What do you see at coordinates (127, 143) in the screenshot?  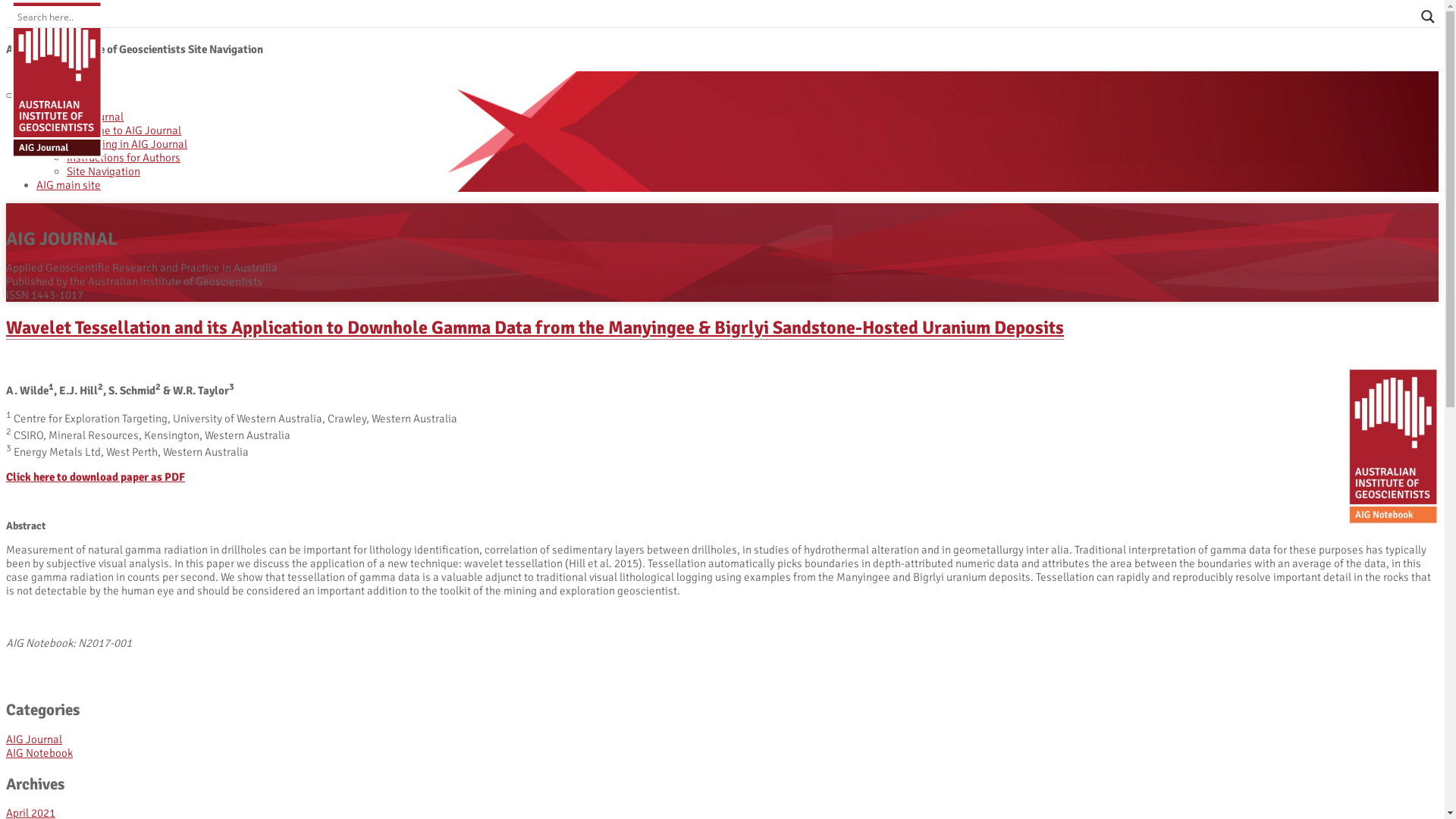 I see `'Publishing in AIG Journal'` at bounding box center [127, 143].